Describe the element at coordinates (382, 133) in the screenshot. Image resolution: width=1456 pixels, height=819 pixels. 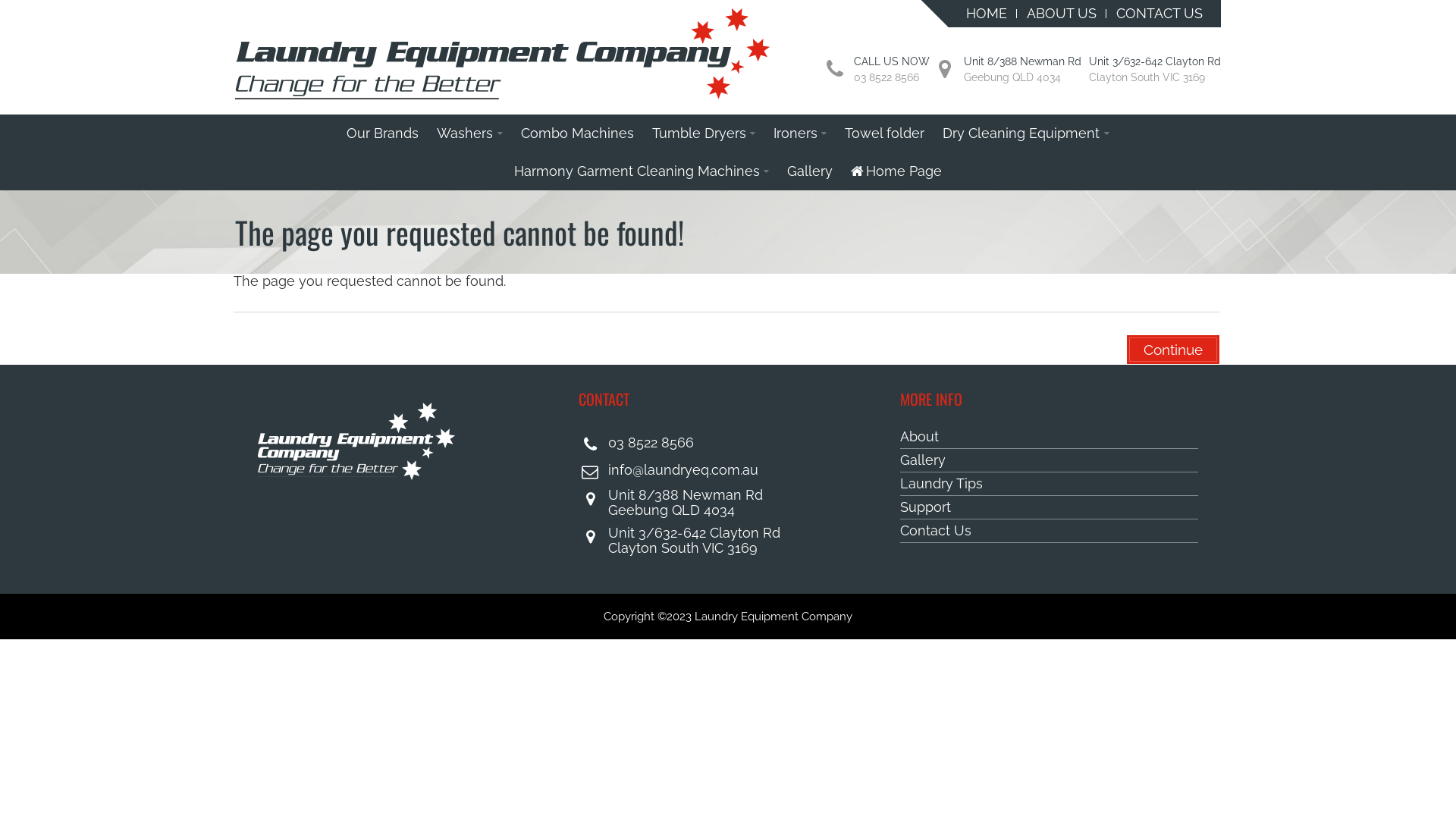
I see `'Our Brands'` at that location.